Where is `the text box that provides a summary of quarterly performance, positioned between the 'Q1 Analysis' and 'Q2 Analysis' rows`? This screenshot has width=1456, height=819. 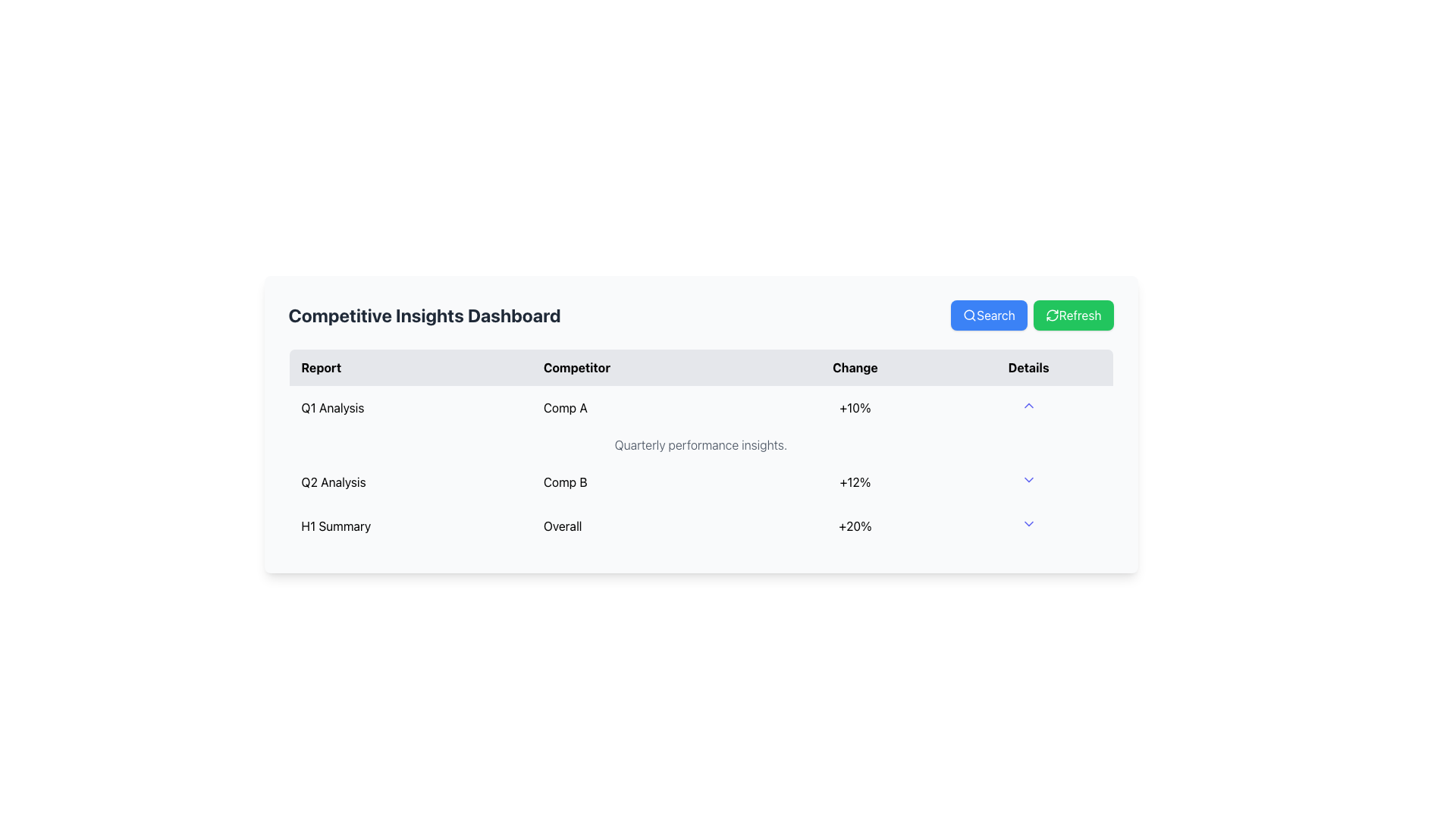
the text box that provides a summary of quarterly performance, positioned between the 'Q1 Analysis' and 'Q2 Analysis' rows is located at coordinates (700, 444).